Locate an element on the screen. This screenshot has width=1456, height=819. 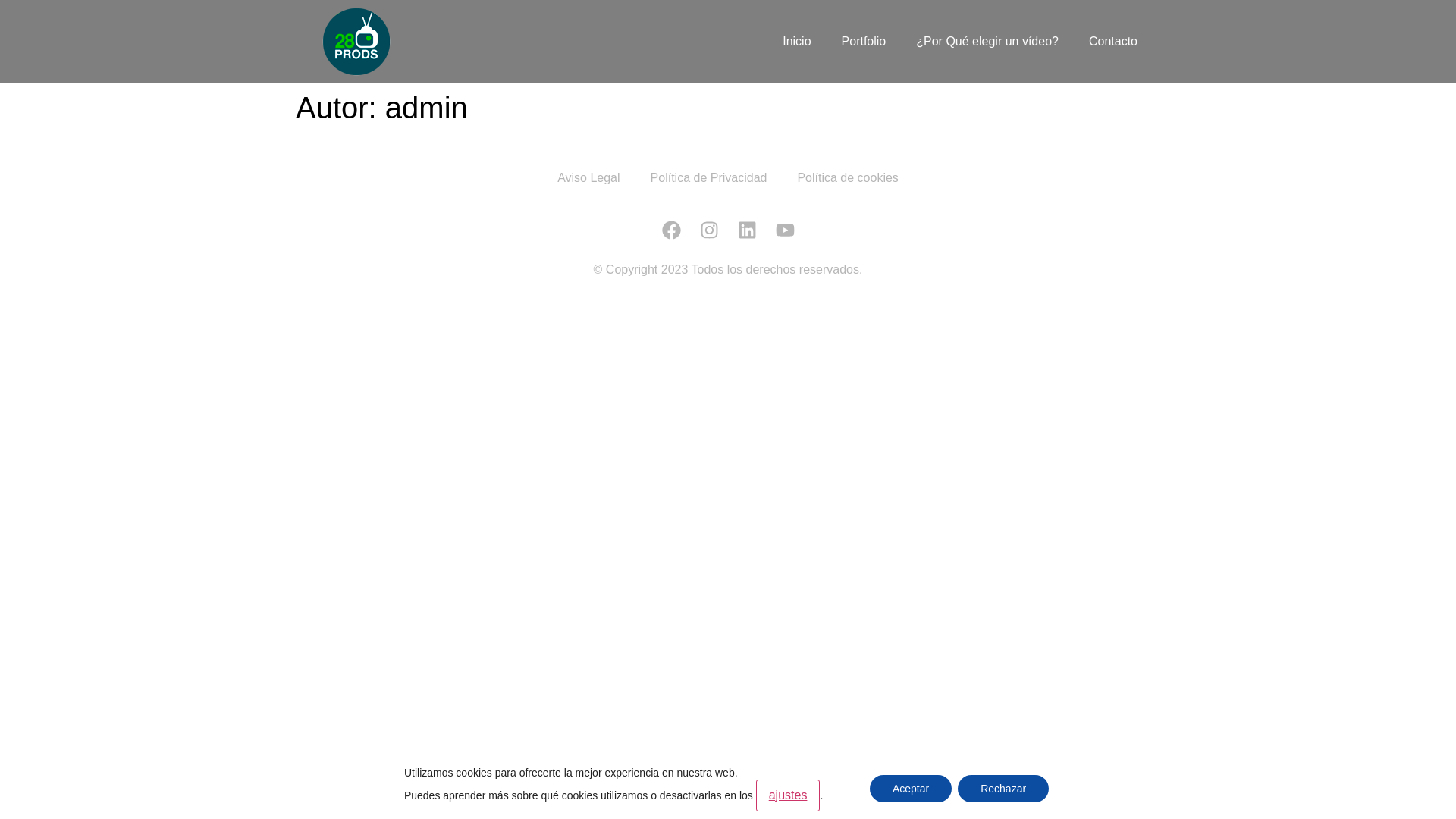
'Aviso Legal' is located at coordinates (542, 177).